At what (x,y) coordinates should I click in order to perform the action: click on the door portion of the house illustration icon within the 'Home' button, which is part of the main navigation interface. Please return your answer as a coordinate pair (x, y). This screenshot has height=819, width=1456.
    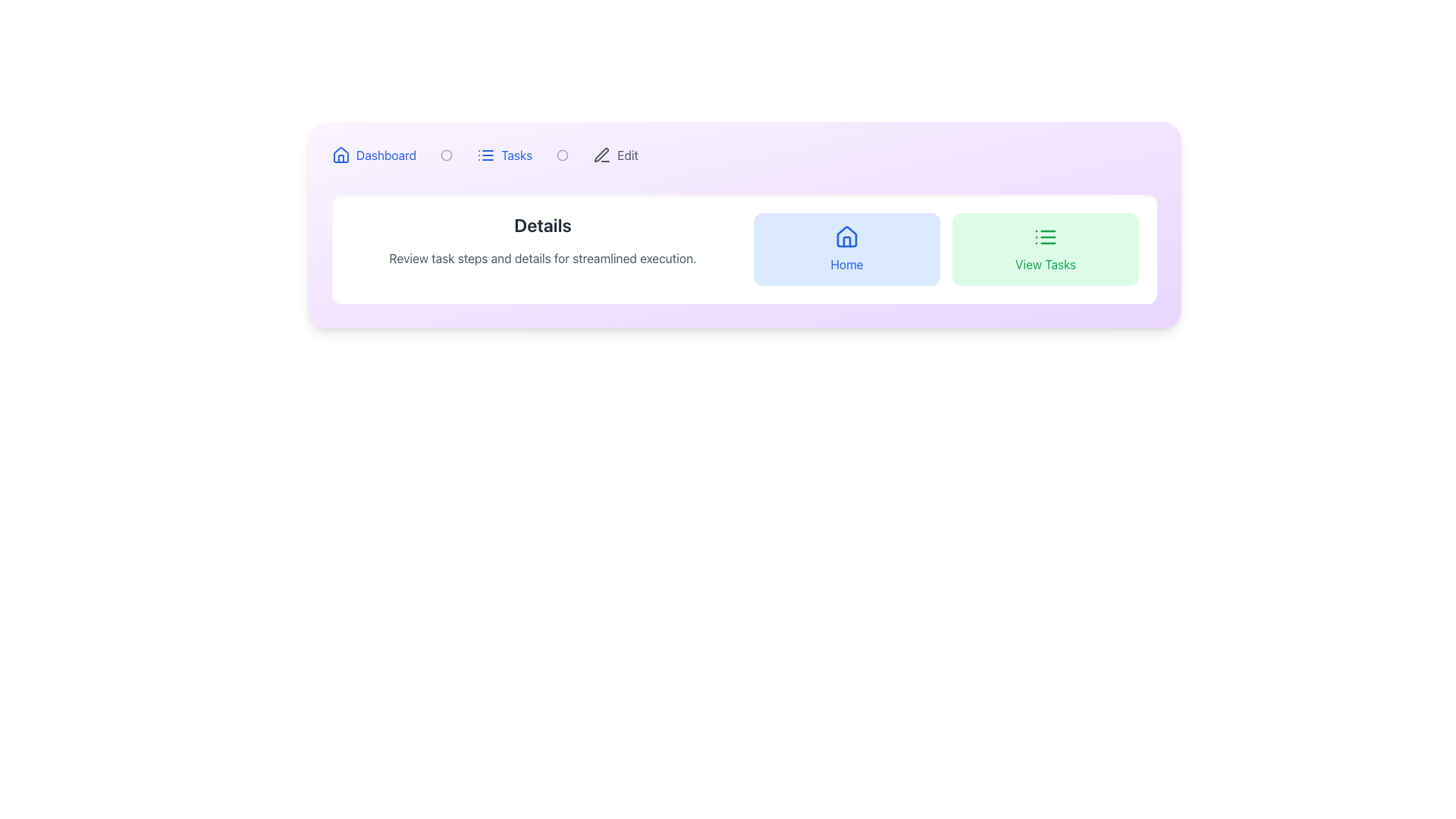
    Looking at the image, I should click on (846, 241).